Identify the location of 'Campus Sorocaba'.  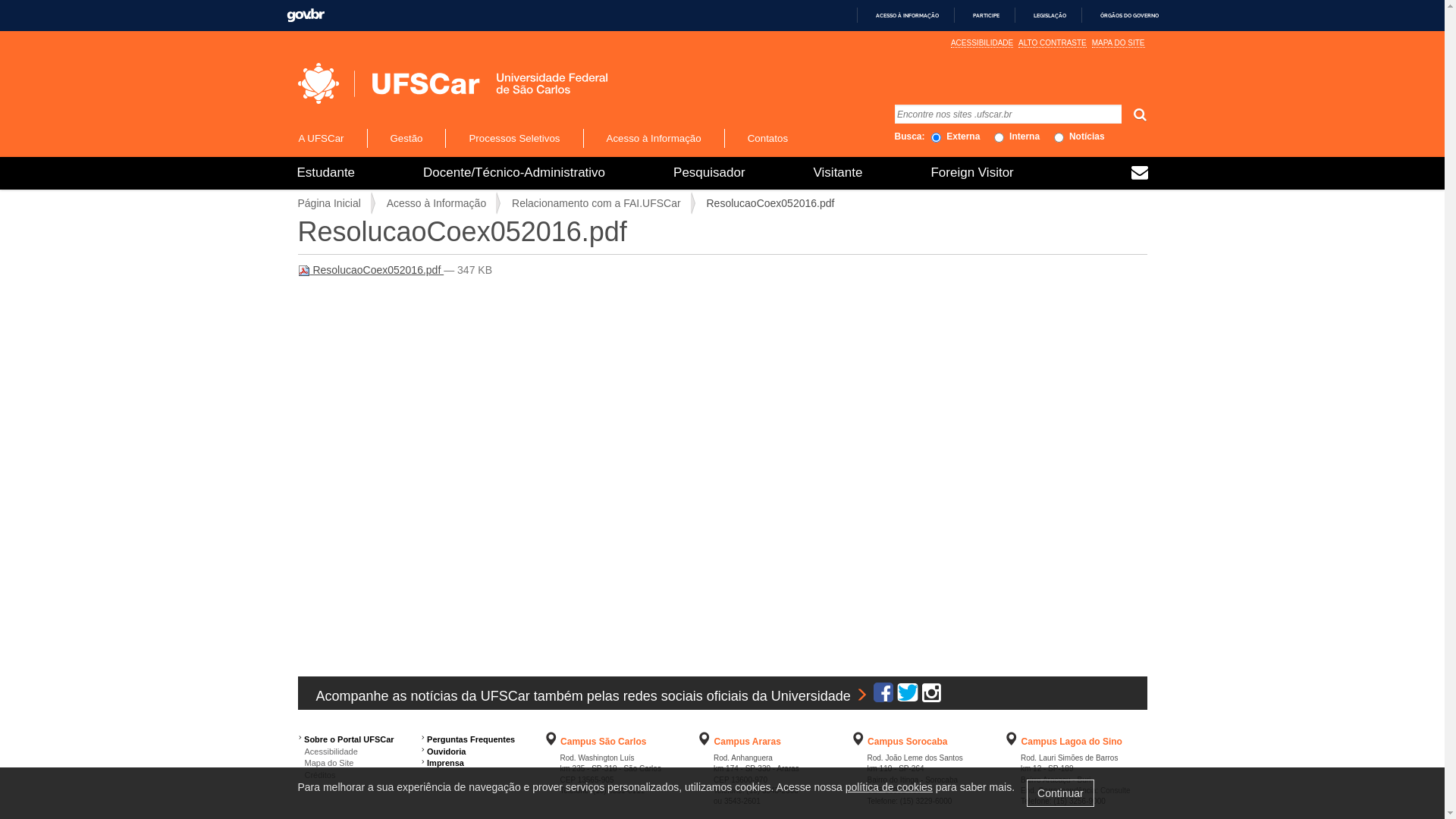
(907, 741).